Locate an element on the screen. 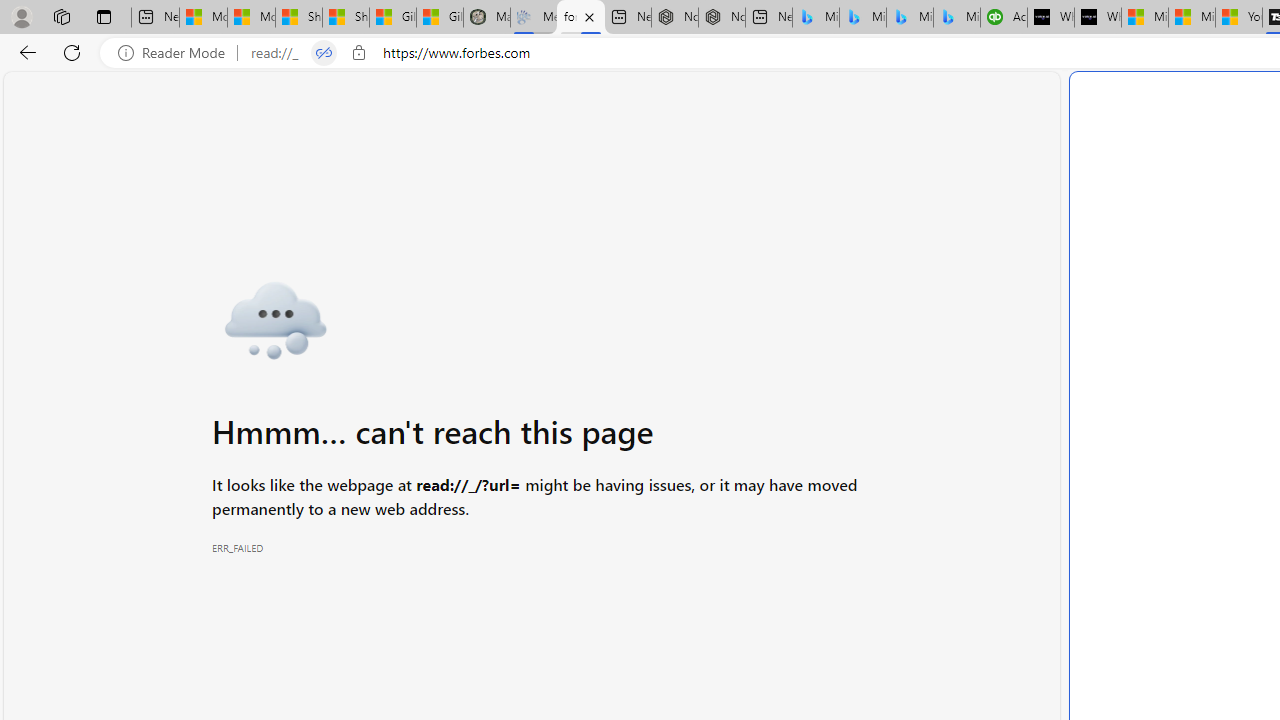 This screenshot has height=720, width=1280. 'Manatee Mortality Statistics | FWC' is located at coordinates (486, 17).